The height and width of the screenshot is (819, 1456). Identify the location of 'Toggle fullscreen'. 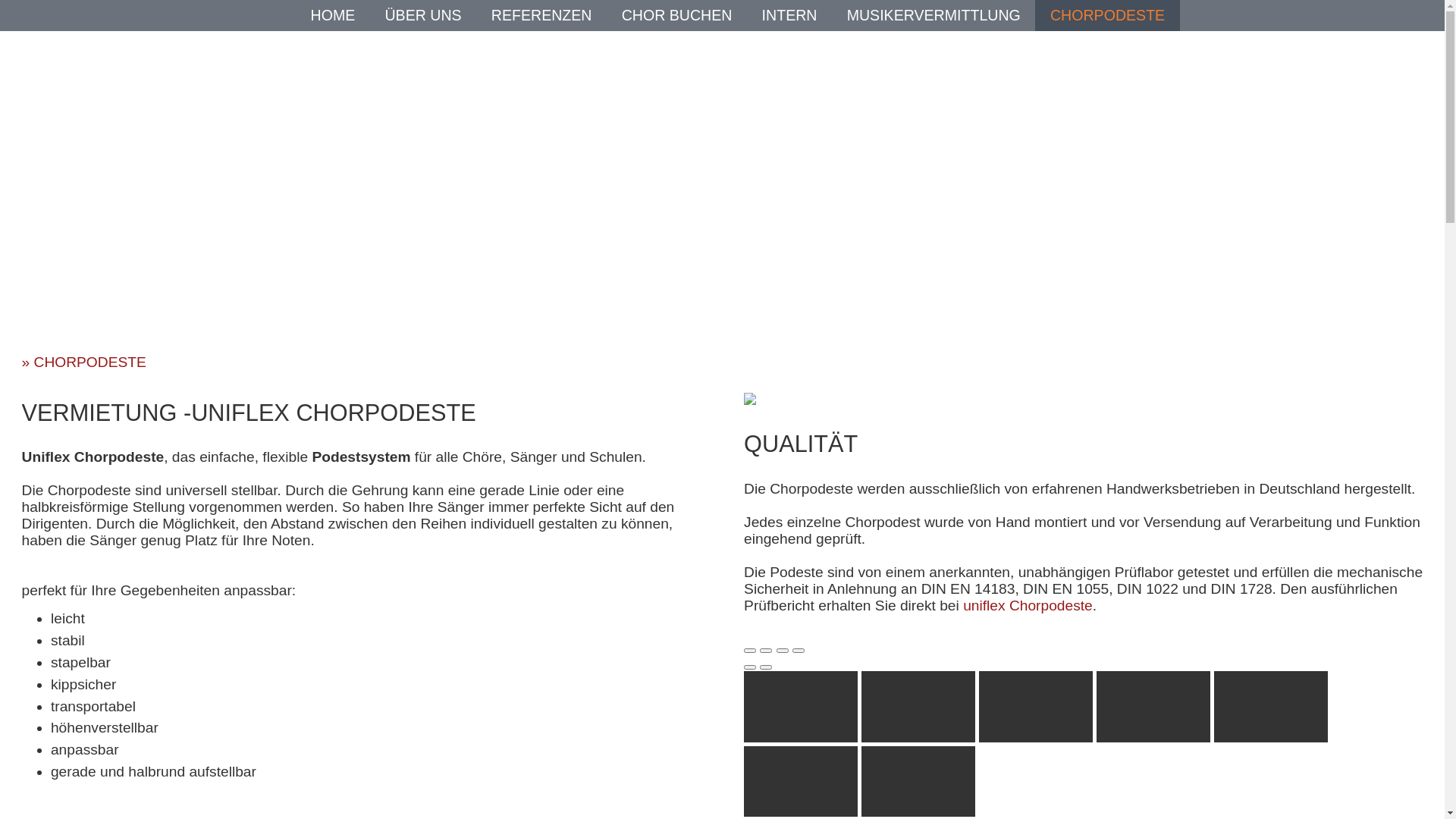
(776, 649).